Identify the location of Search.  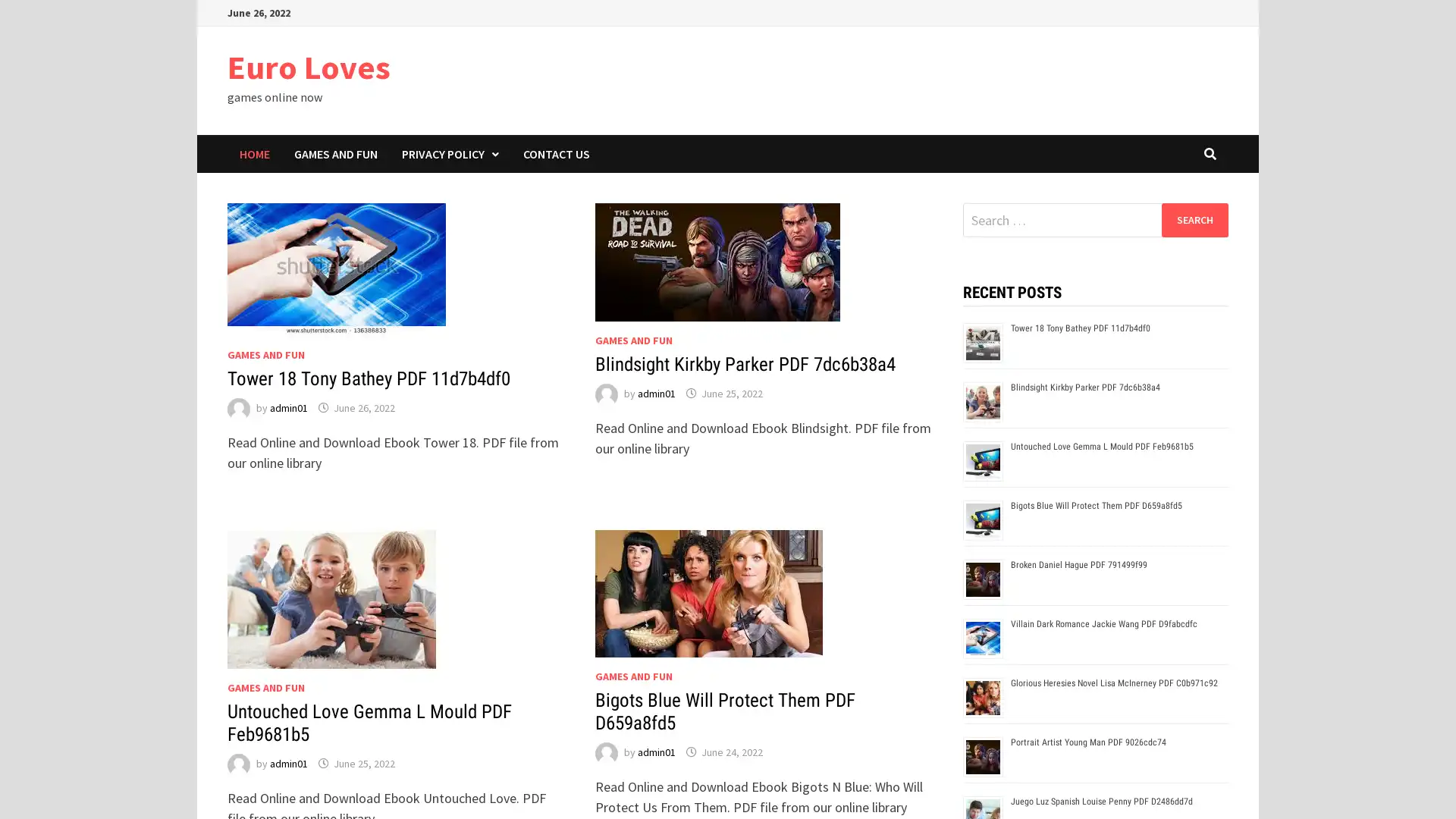
(1194, 219).